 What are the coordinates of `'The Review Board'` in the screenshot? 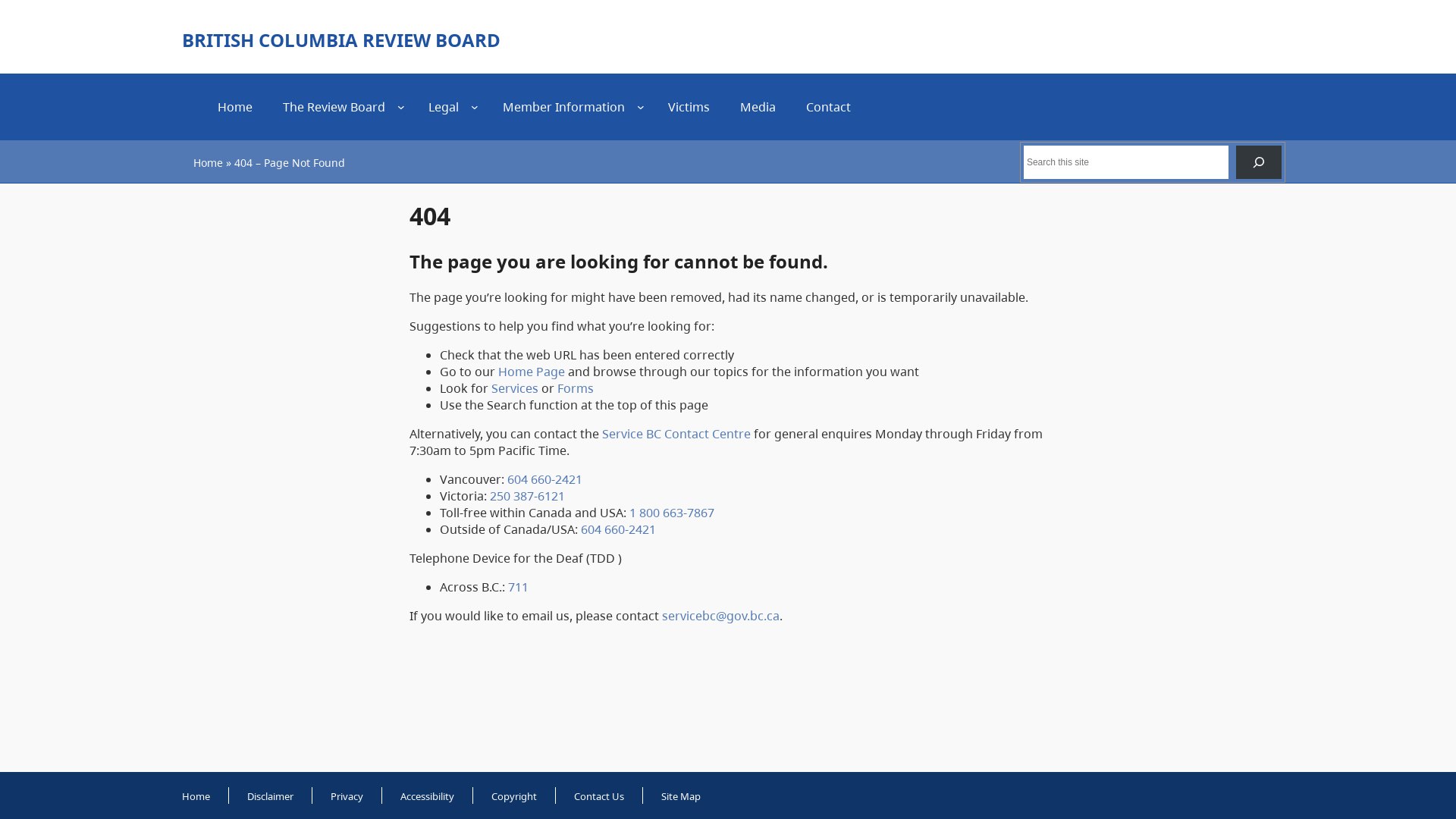 It's located at (269, 106).